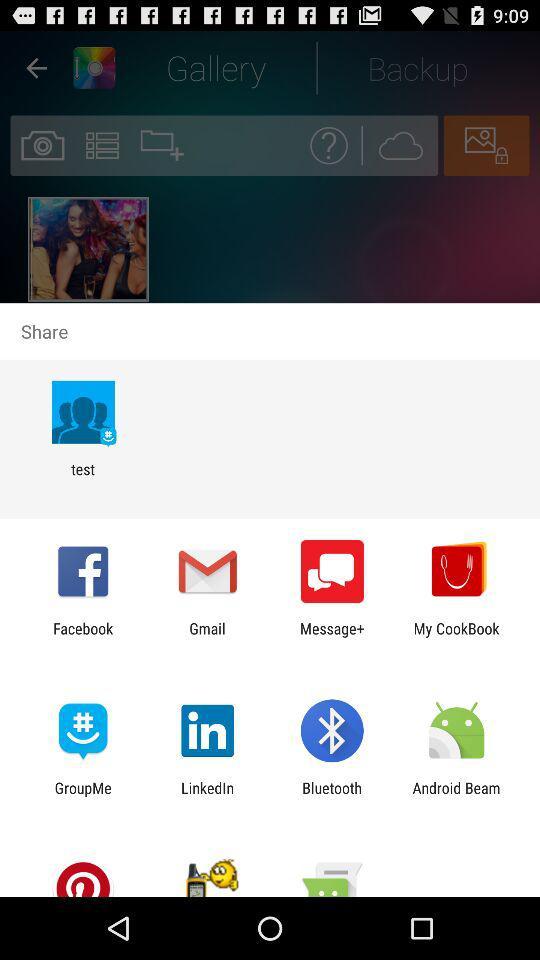  Describe the element at coordinates (206, 636) in the screenshot. I see `icon next to the message+` at that location.